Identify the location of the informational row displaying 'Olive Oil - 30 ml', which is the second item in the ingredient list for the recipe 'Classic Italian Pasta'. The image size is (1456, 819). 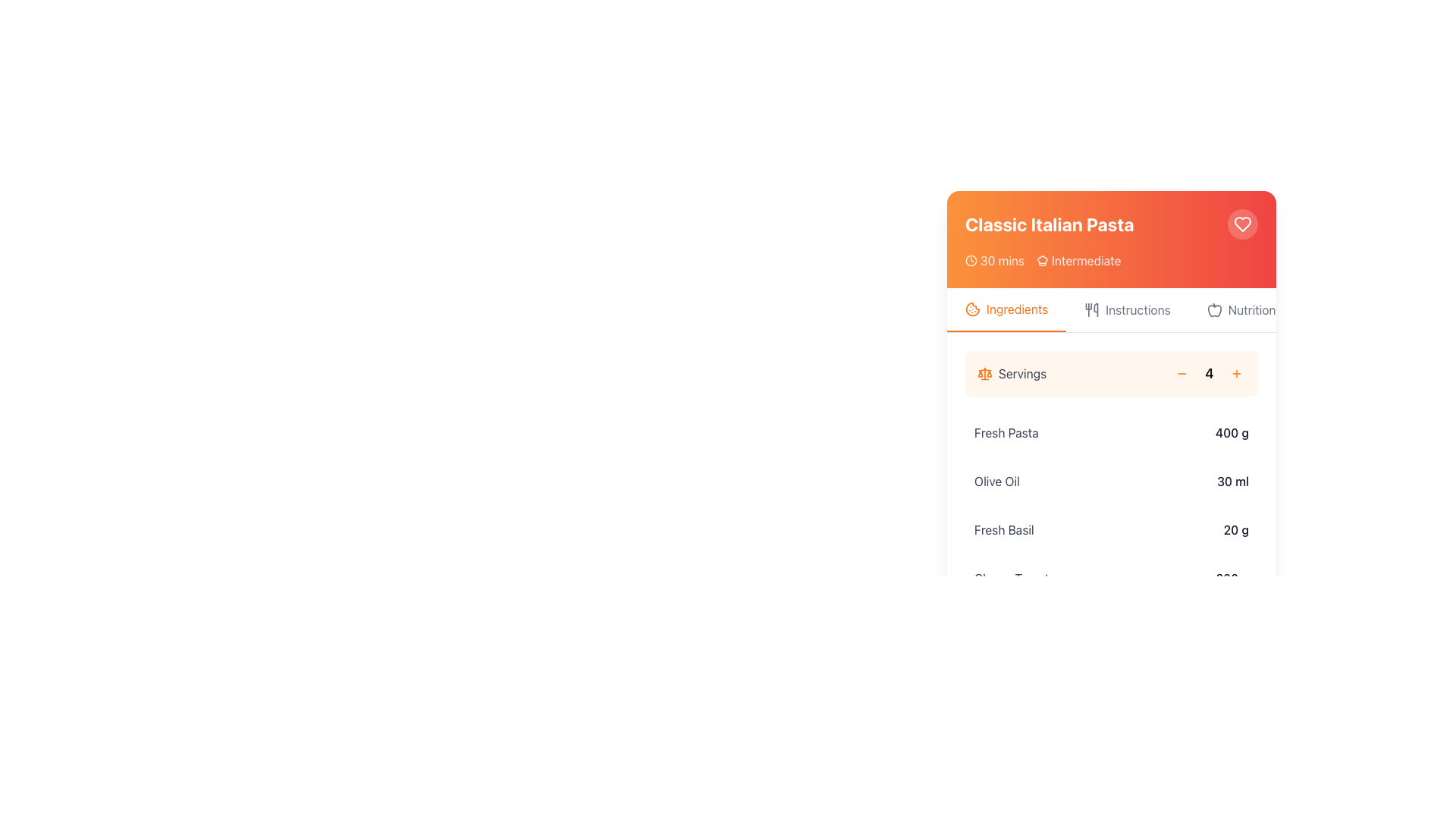
(1111, 482).